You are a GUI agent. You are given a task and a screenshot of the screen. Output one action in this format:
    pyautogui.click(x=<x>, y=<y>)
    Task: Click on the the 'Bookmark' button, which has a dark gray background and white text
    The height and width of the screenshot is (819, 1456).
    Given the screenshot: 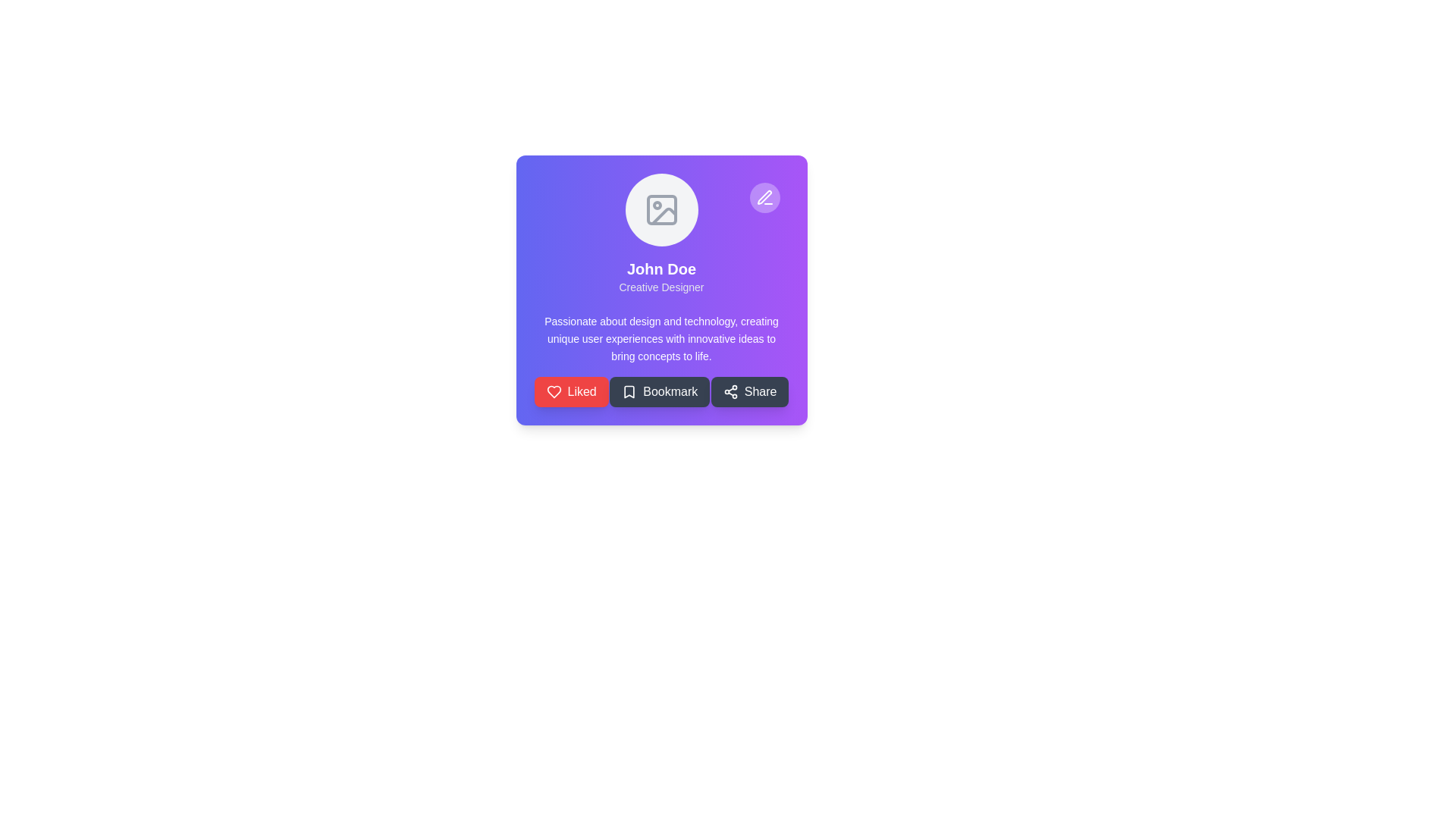 What is the action you would take?
    pyautogui.click(x=660, y=391)
    